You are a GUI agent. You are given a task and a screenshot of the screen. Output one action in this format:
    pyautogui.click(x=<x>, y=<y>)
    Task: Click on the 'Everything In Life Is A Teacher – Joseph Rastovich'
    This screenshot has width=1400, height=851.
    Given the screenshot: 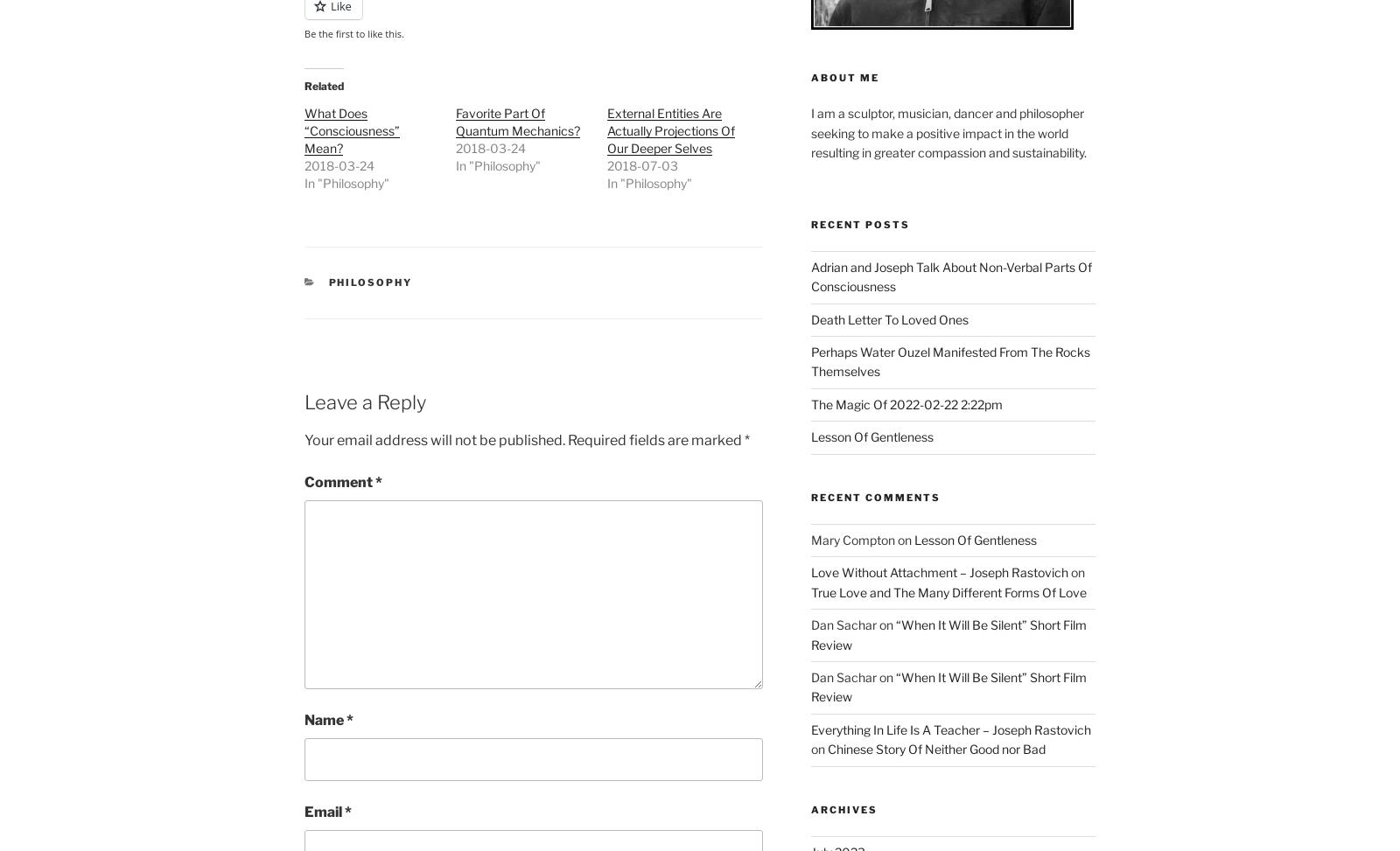 What is the action you would take?
    pyautogui.click(x=949, y=728)
    